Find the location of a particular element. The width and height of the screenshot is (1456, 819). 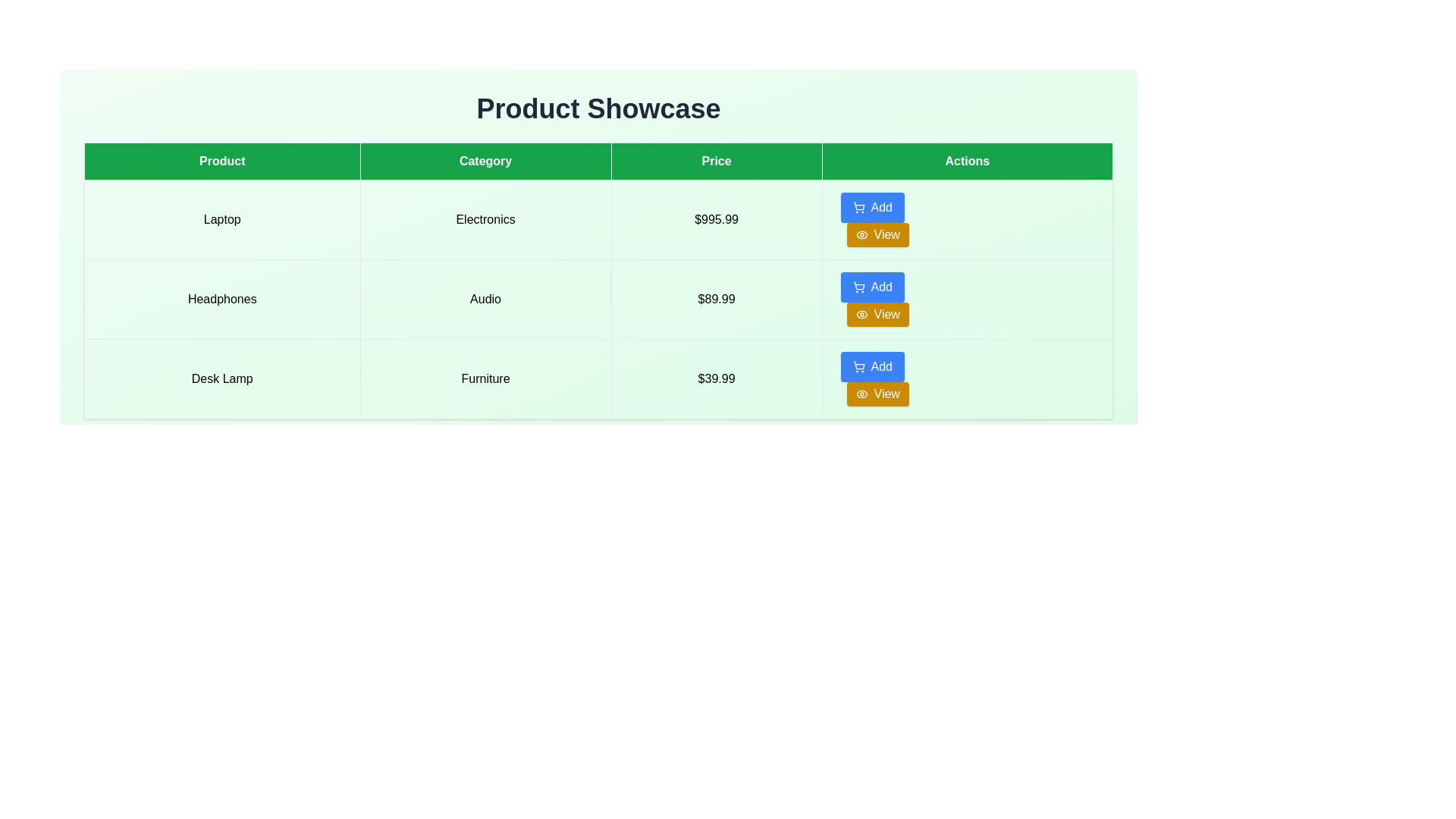

the icon representing the action for viewing details, located to the left of the 'View' text label in the Actions column of the table row for the product 'Headphones' is located at coordinates (861, 234).